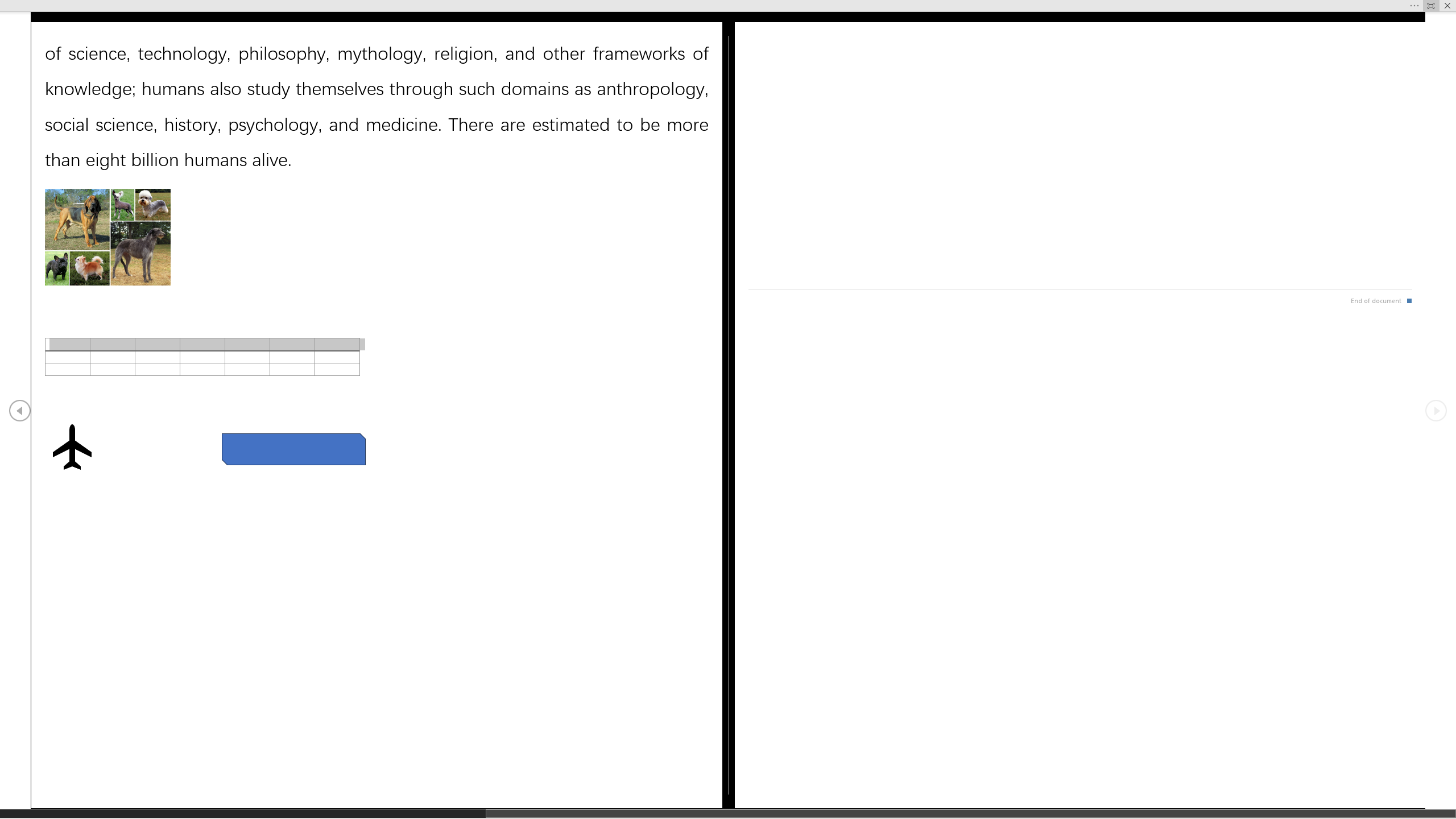  I want to click on 'Rectangle: Diagonal Corners Snipped 2', so click(292, 448).